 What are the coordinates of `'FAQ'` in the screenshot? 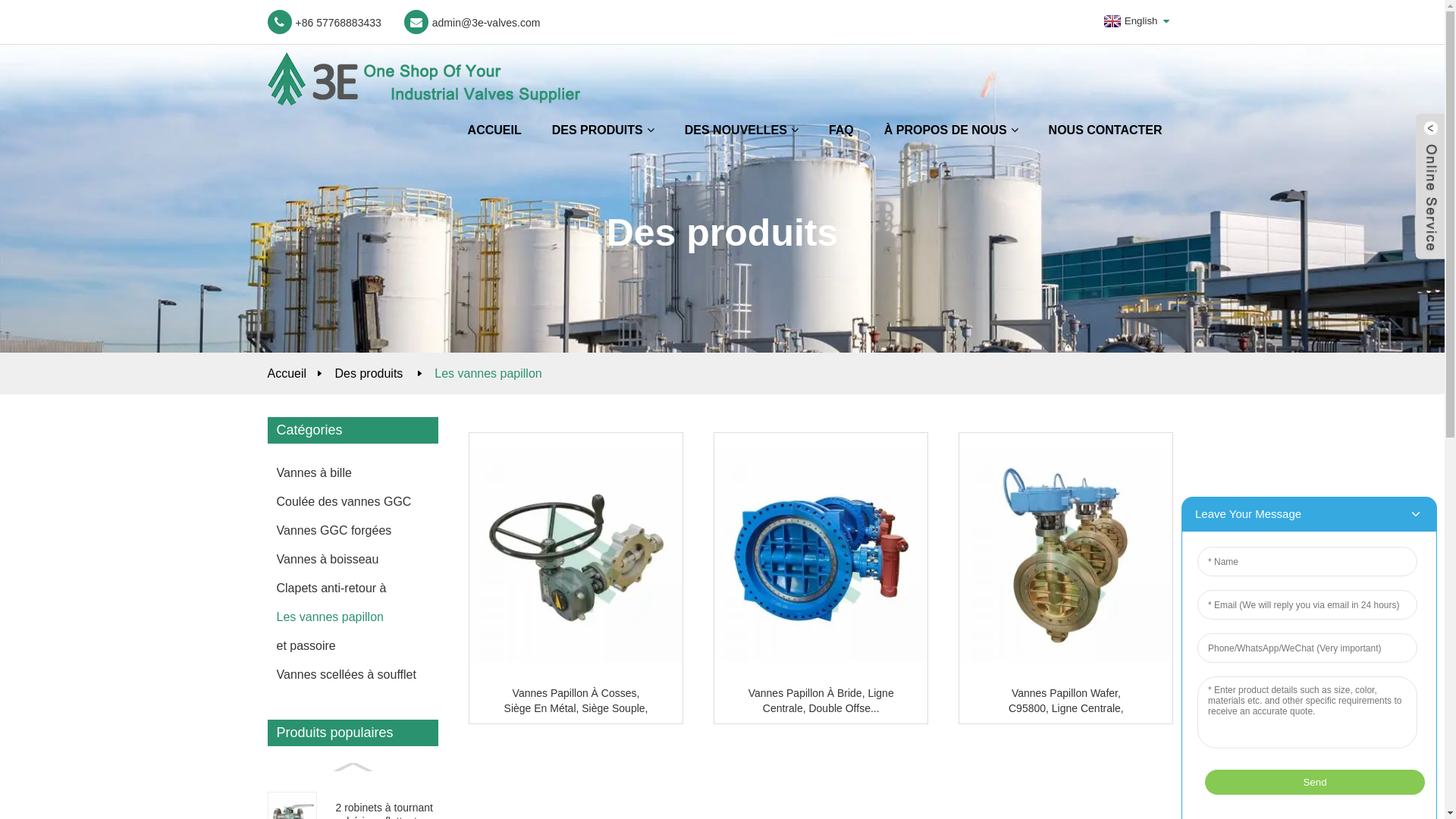 It's located at (840, 129).